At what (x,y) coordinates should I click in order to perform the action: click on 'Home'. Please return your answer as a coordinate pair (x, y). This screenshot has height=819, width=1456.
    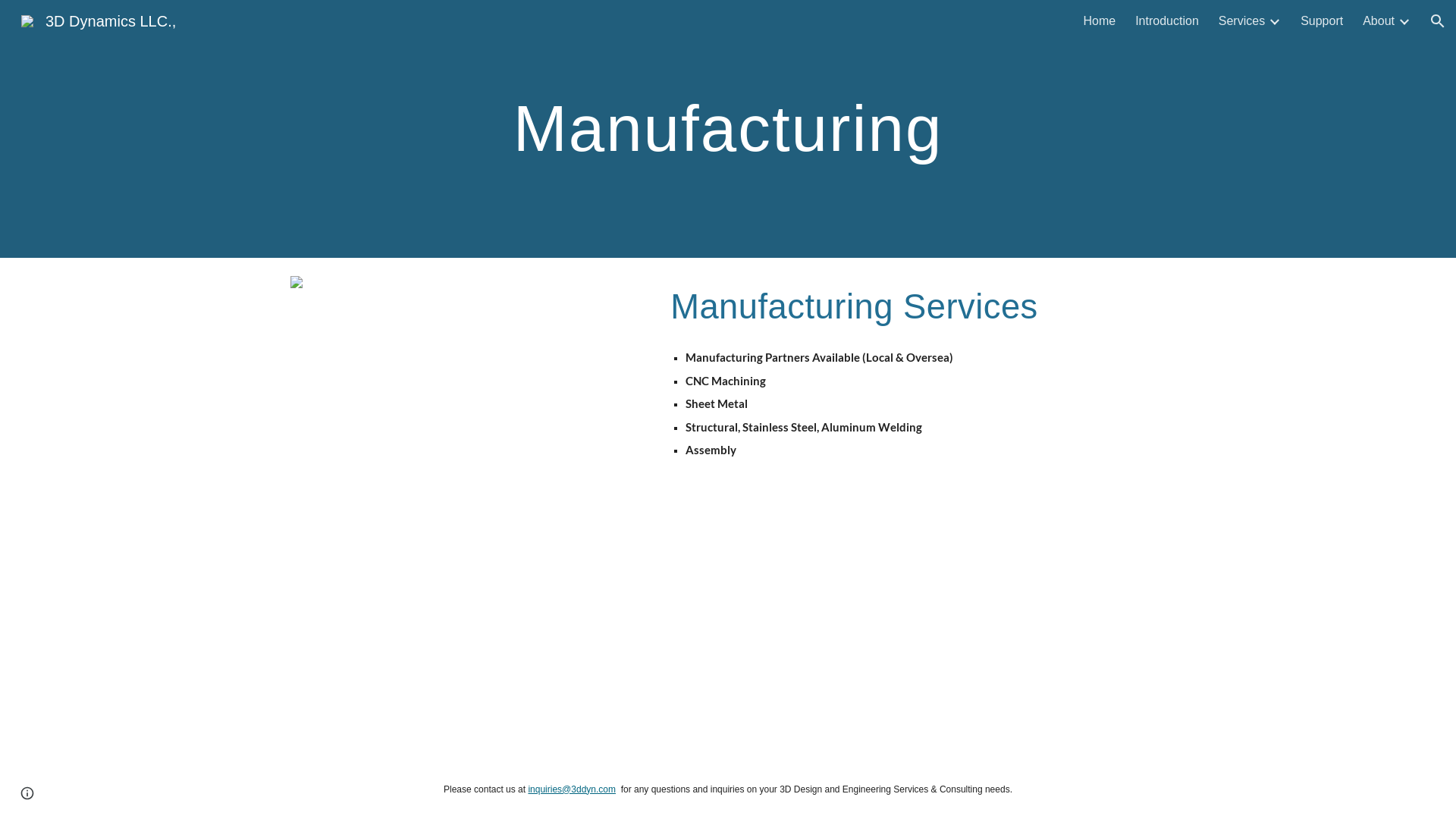
    Looking at the image, I should click on (1082, 20).